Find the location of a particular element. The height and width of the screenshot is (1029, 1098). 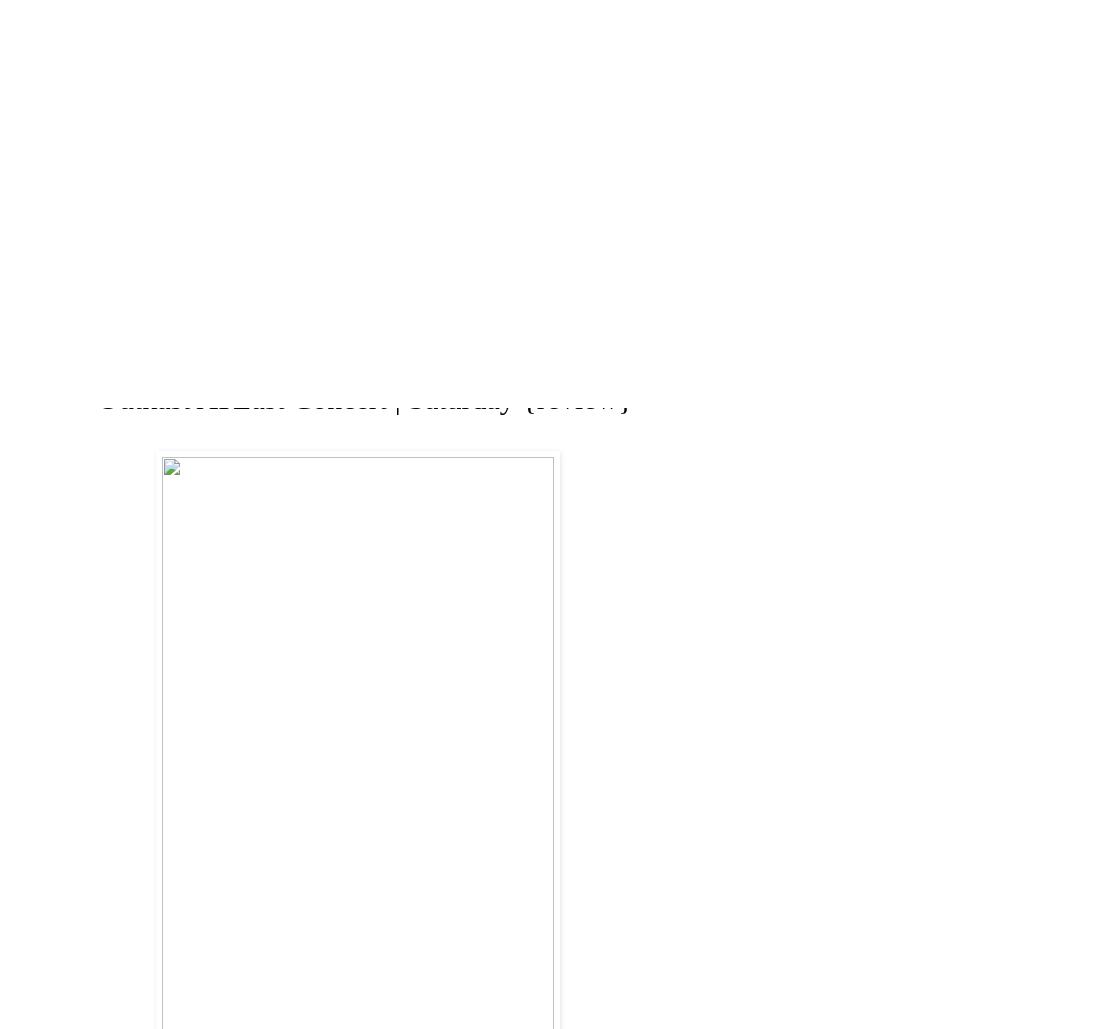

'BLOG' is located at coordinates (241, 280).